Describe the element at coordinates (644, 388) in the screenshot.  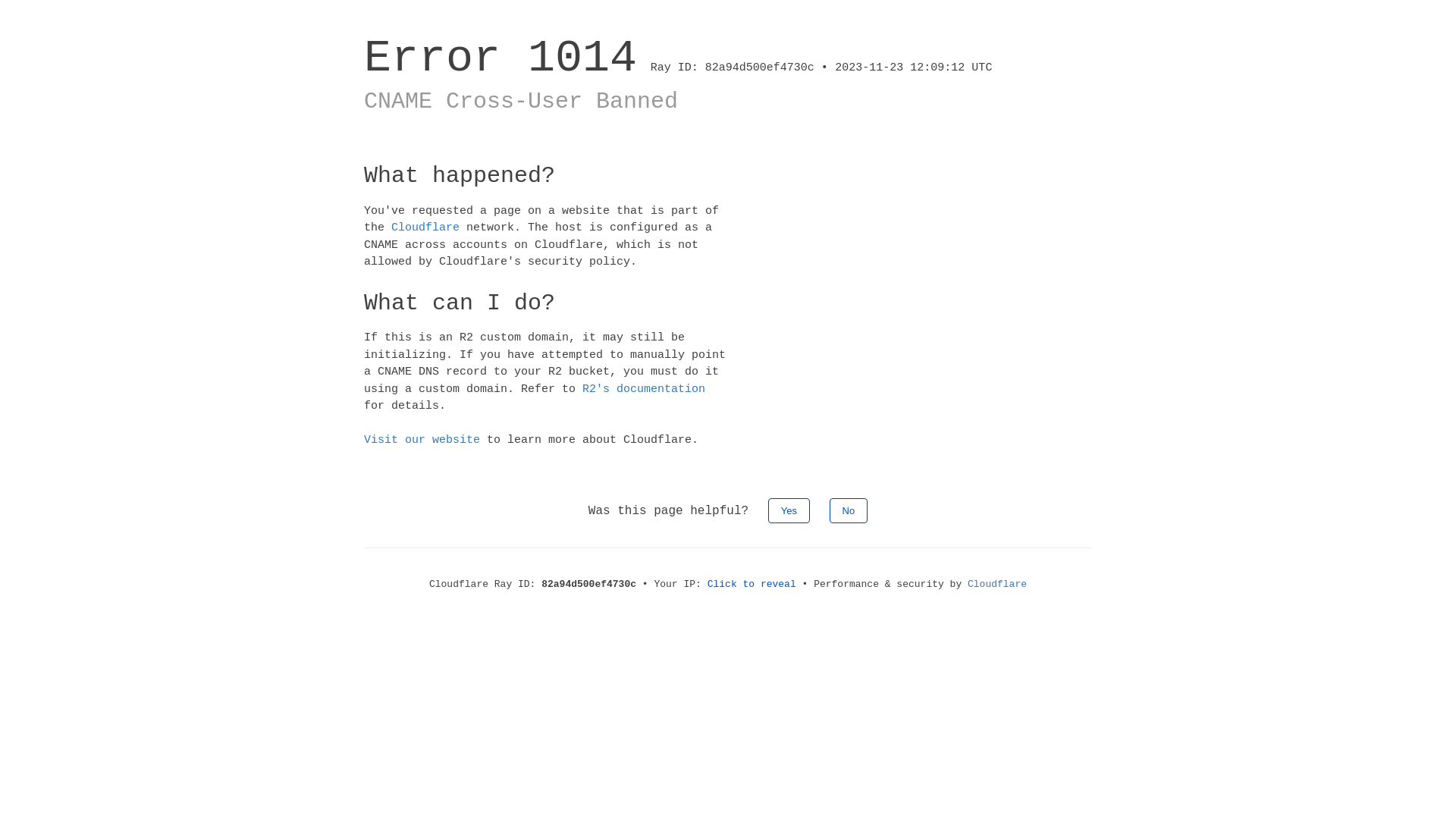
I see `'R2's documentation'` at that location.